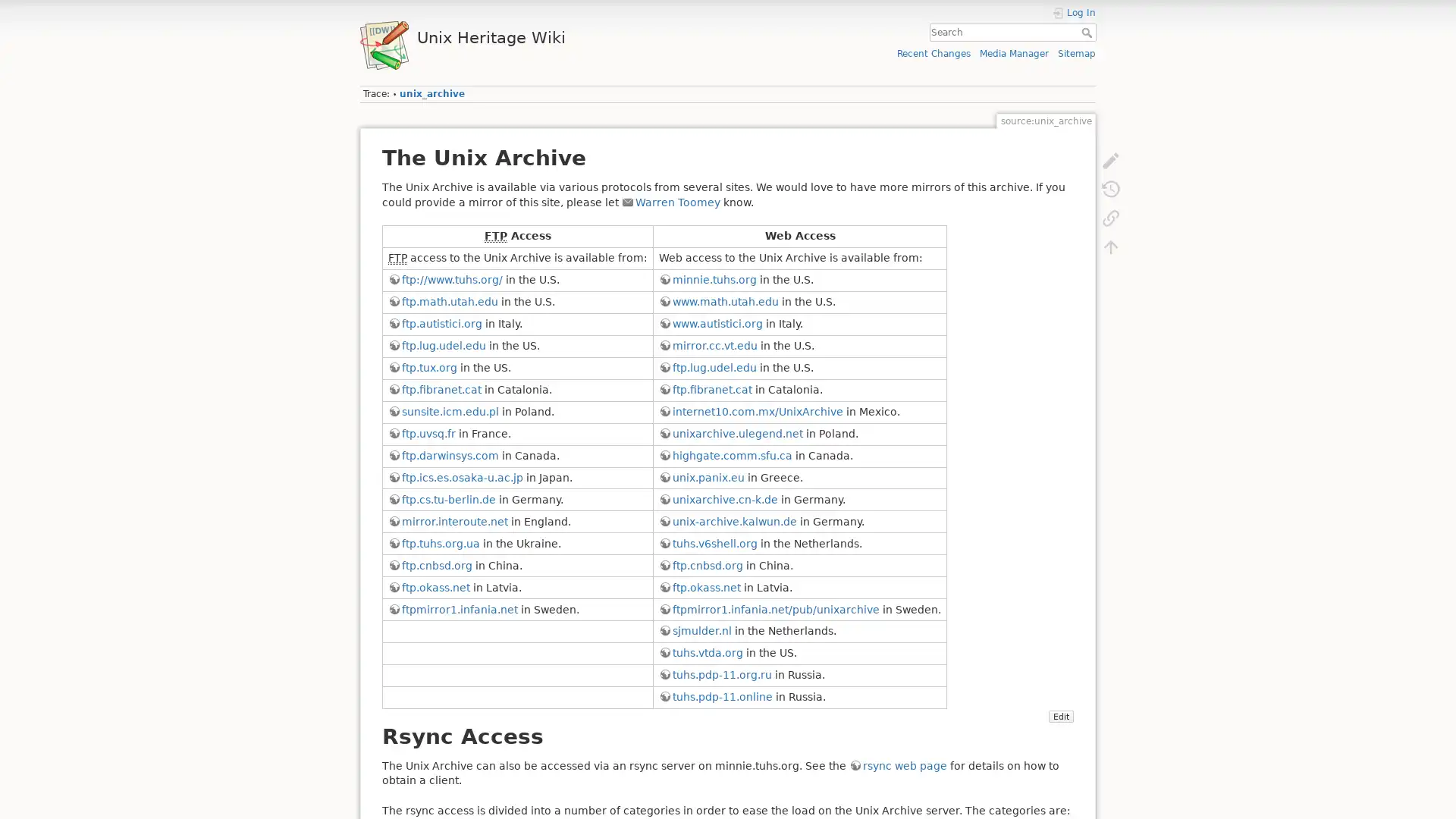 The height and width of the screenshot is (819, 1456). Describe the element at coordinates (1087, 32) in the screenshot. I see `Search` at that location.